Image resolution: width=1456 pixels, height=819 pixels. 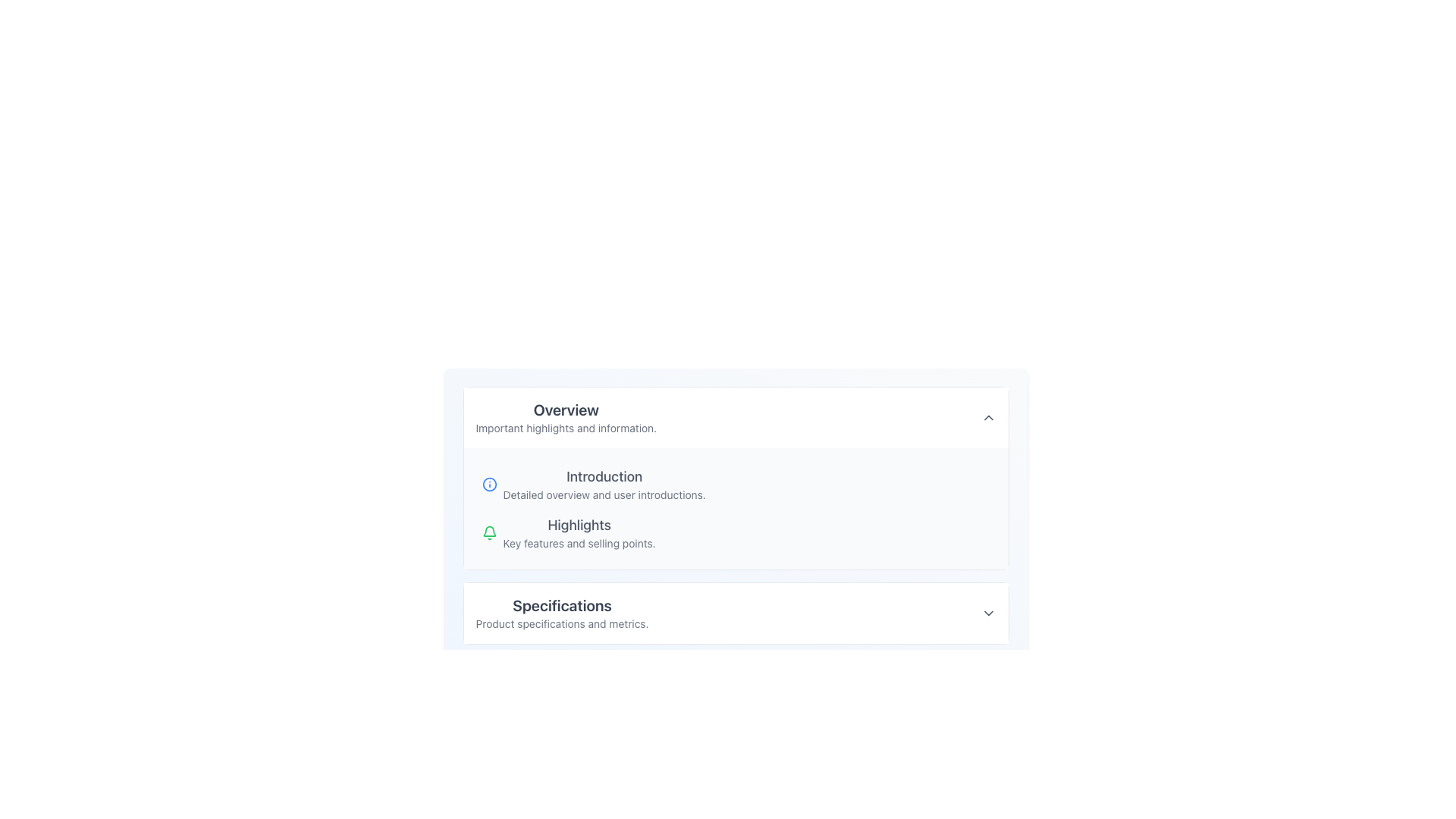 What do you see at coordinates (579, 532) in the screenshot?
I see `the central text block that provides an overview of the content` at bounding box center [579, 532].